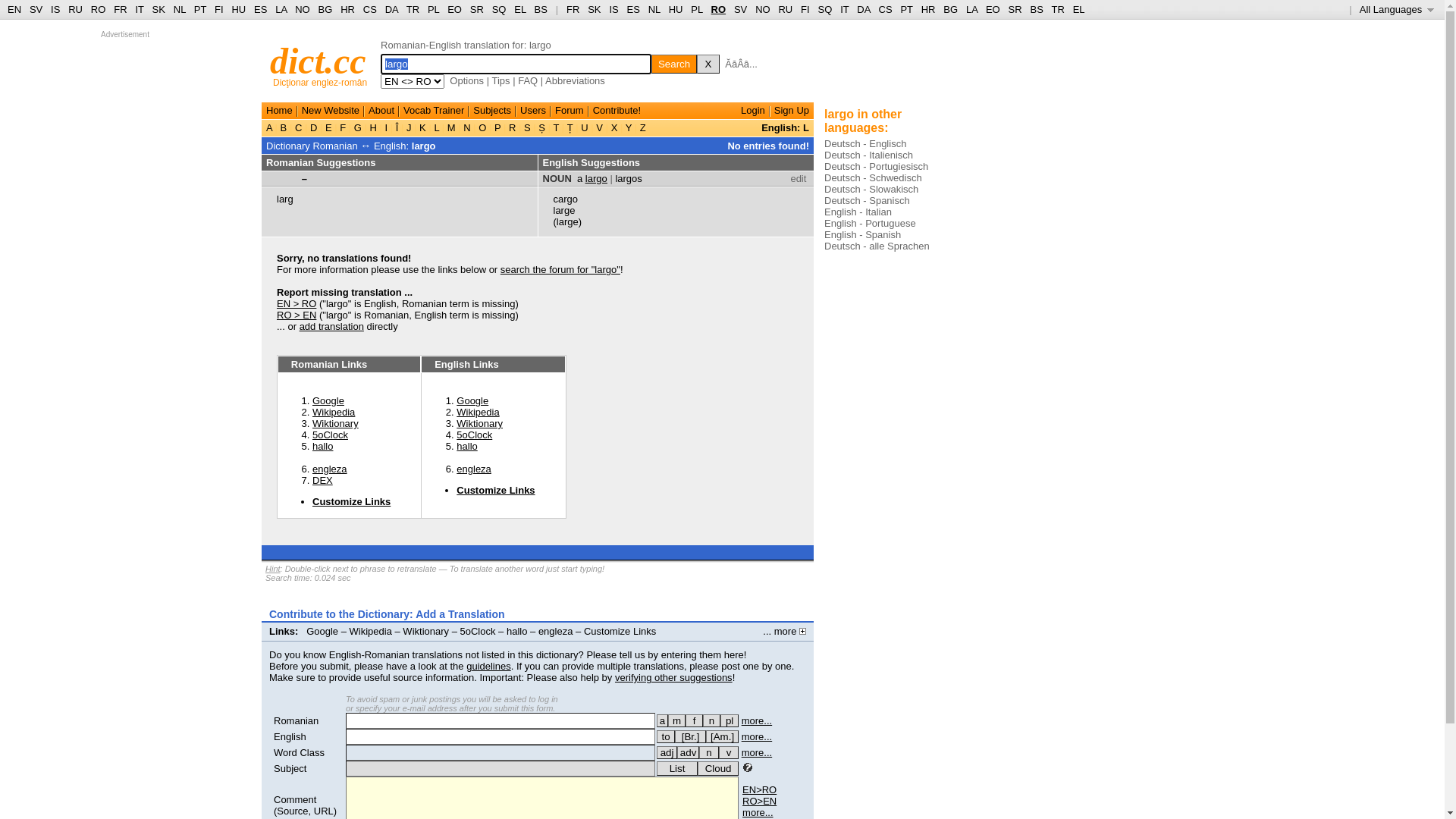 The width and height of the screenshot is (1456, 819). I want to click on 'A', so click(270, 127).